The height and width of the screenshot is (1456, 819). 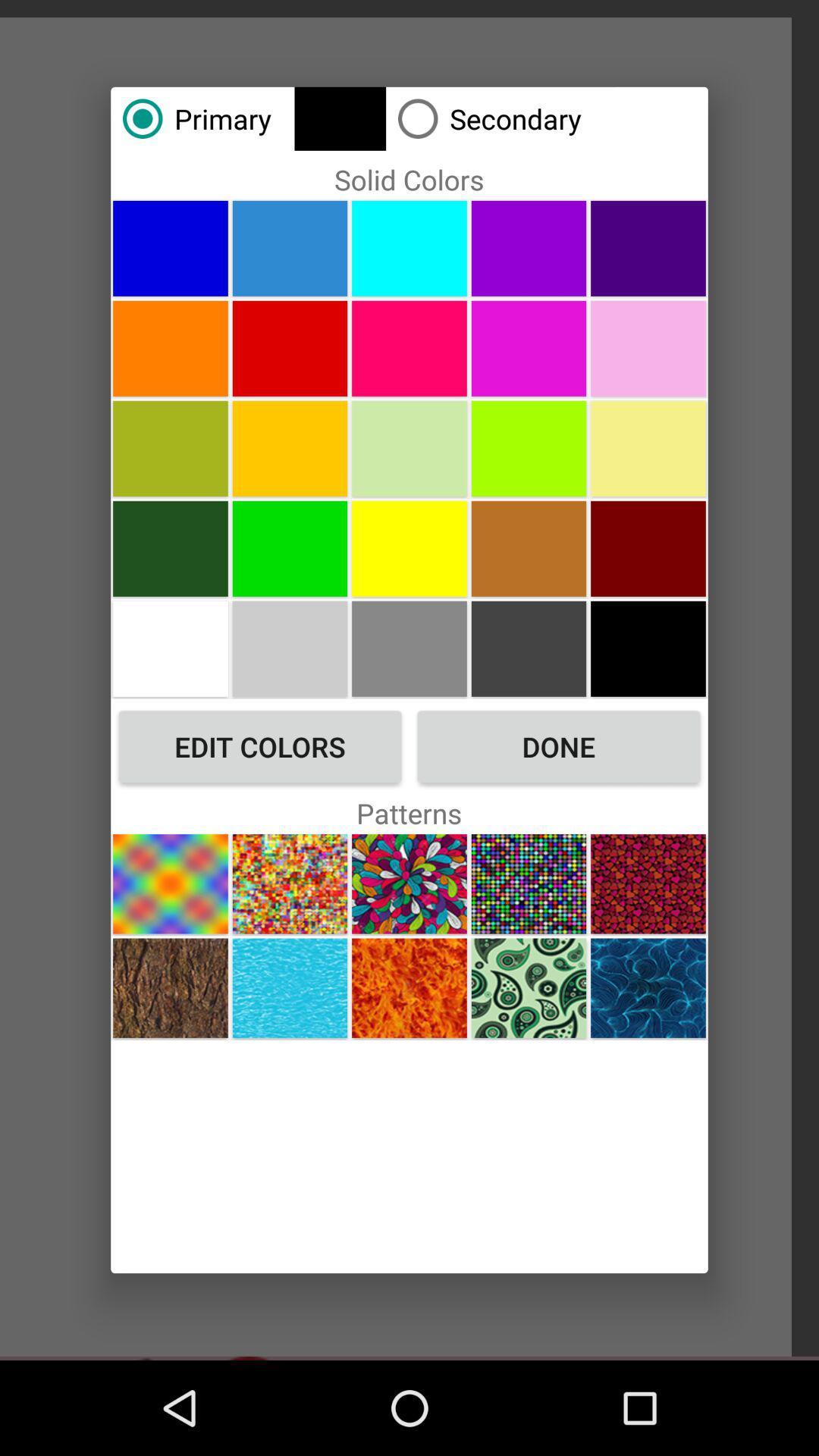 I want to click on the color black, so click(x=648, y=648).